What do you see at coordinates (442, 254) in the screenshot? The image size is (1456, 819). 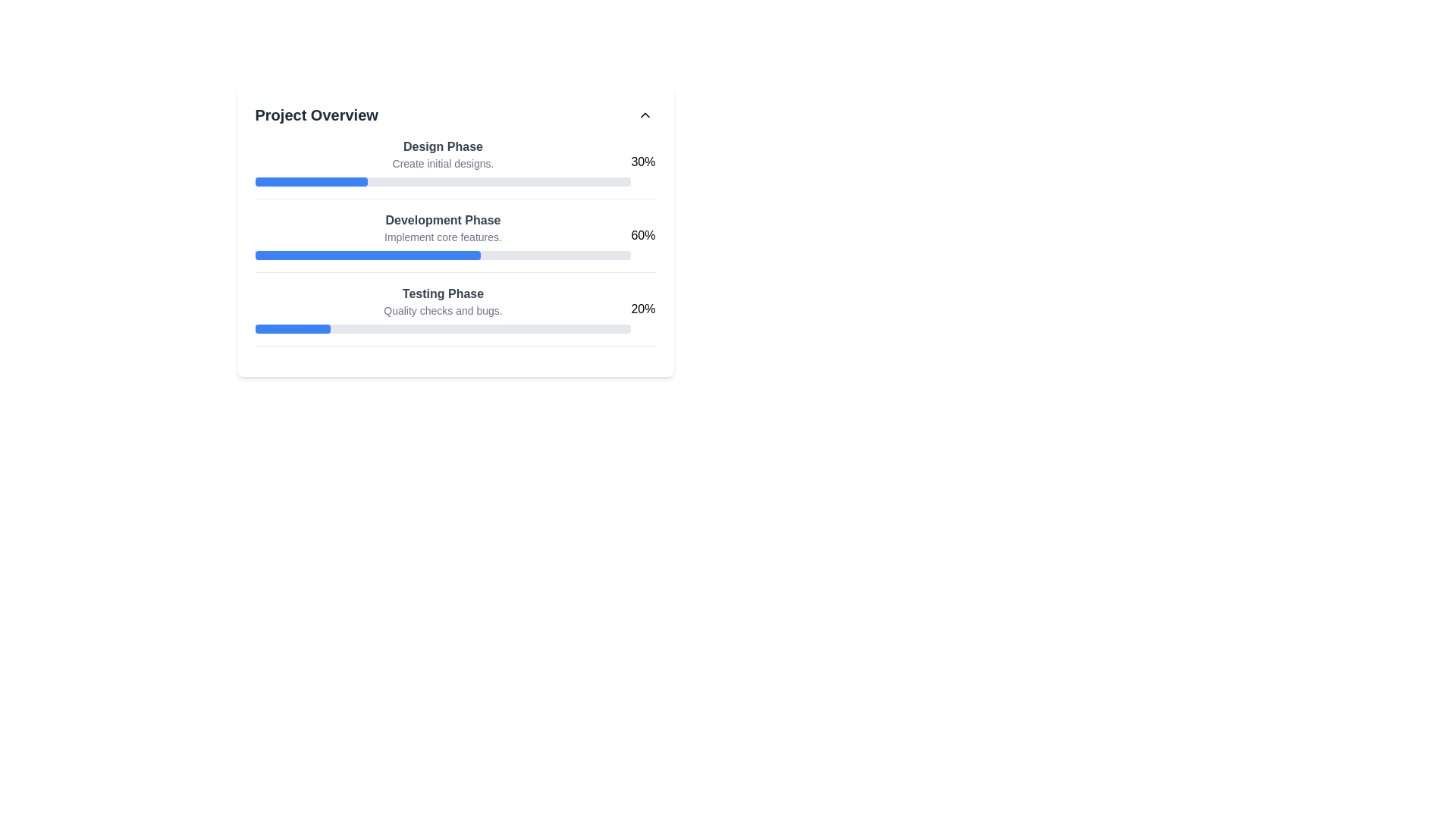 I see `the progress value visually by focusing on the progress bar located below the text 'Development Phase' and 'Implement core features.', which represents 60% completion` at bounding box center [442, 254].